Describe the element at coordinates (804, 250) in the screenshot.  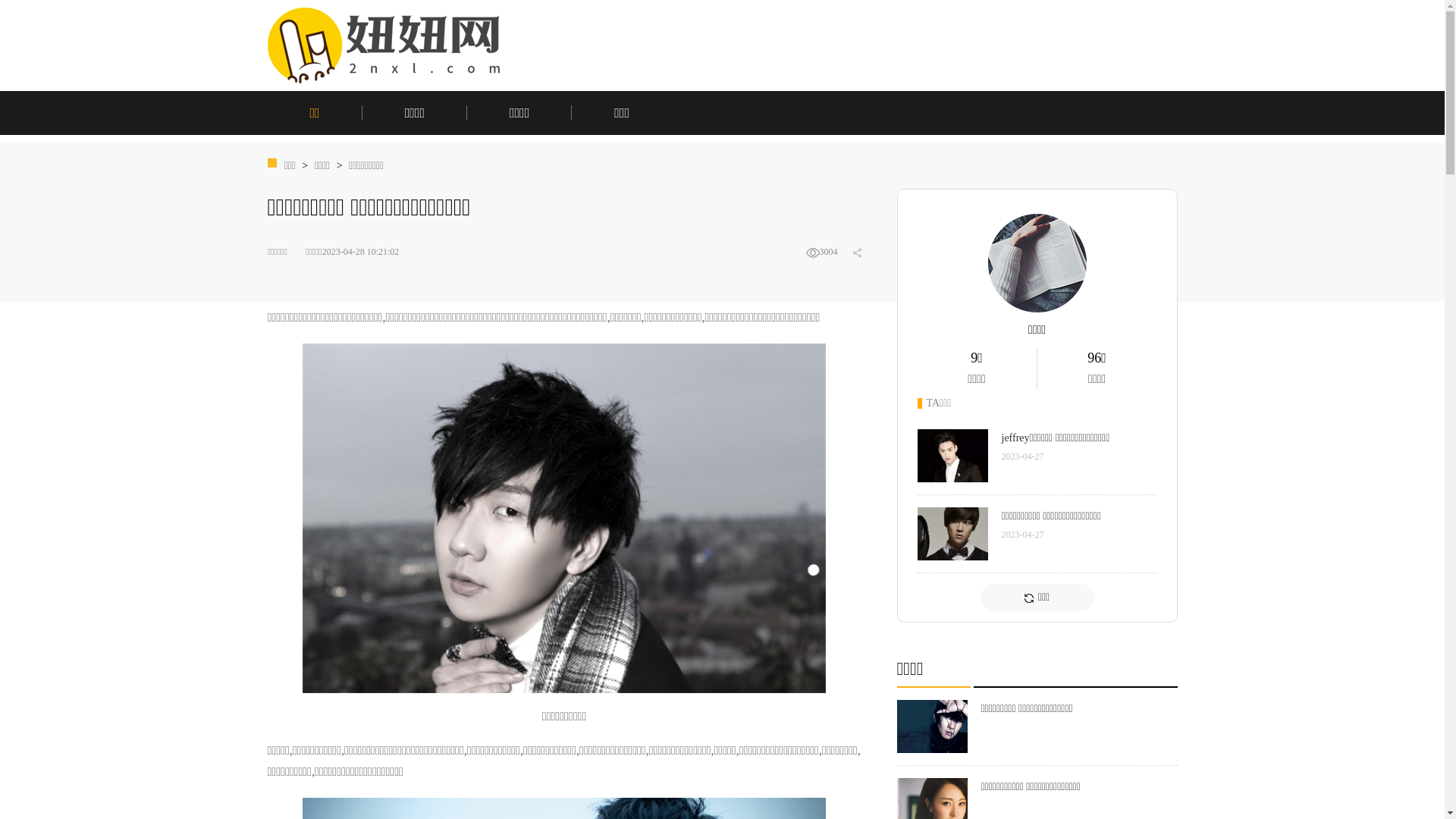
I see `'3004'` at that location.